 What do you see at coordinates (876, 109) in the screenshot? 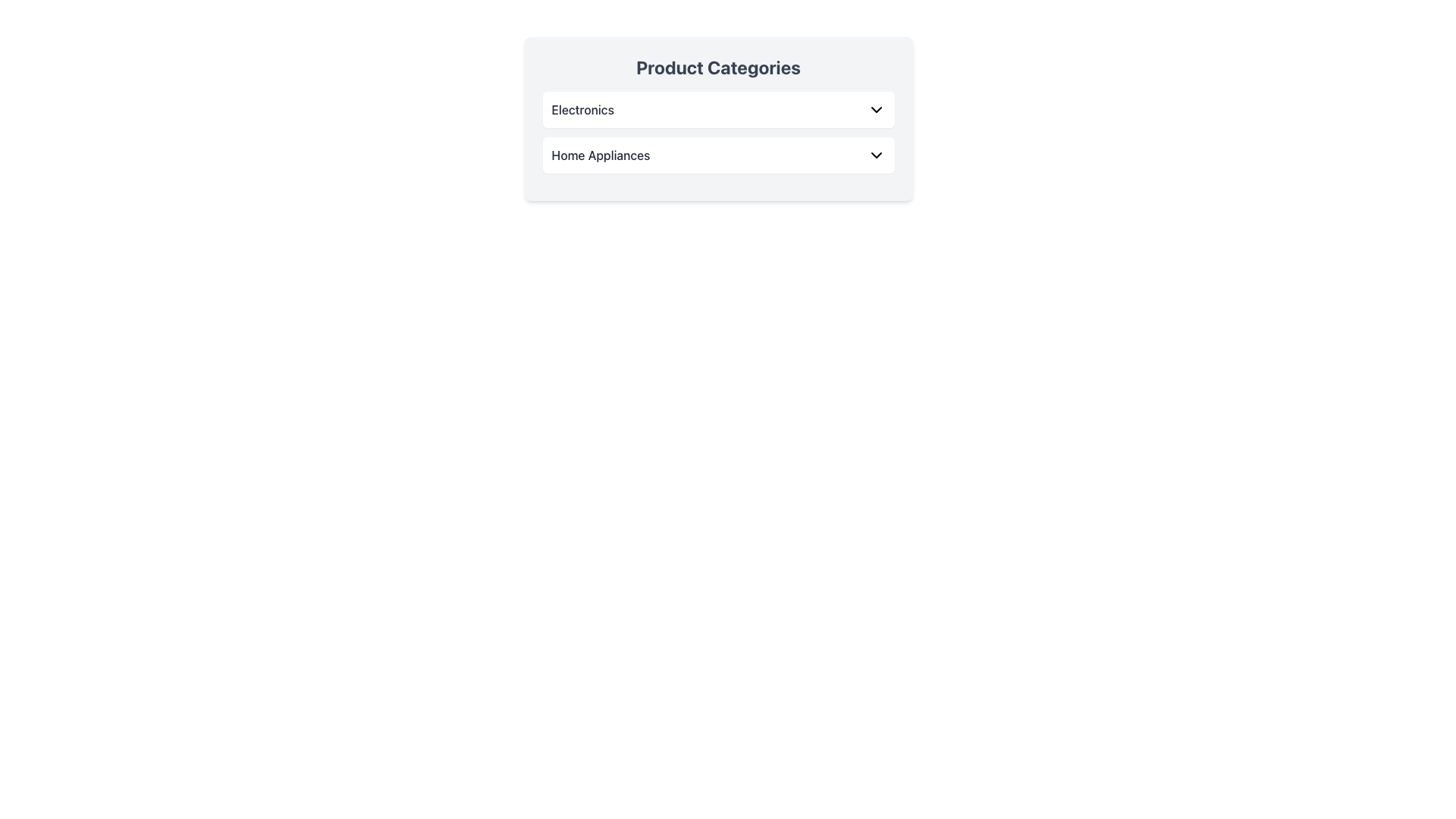
I see `the downward-pointing chevron icon next to the 'Electronics' label` at bounding box center [876, 109].